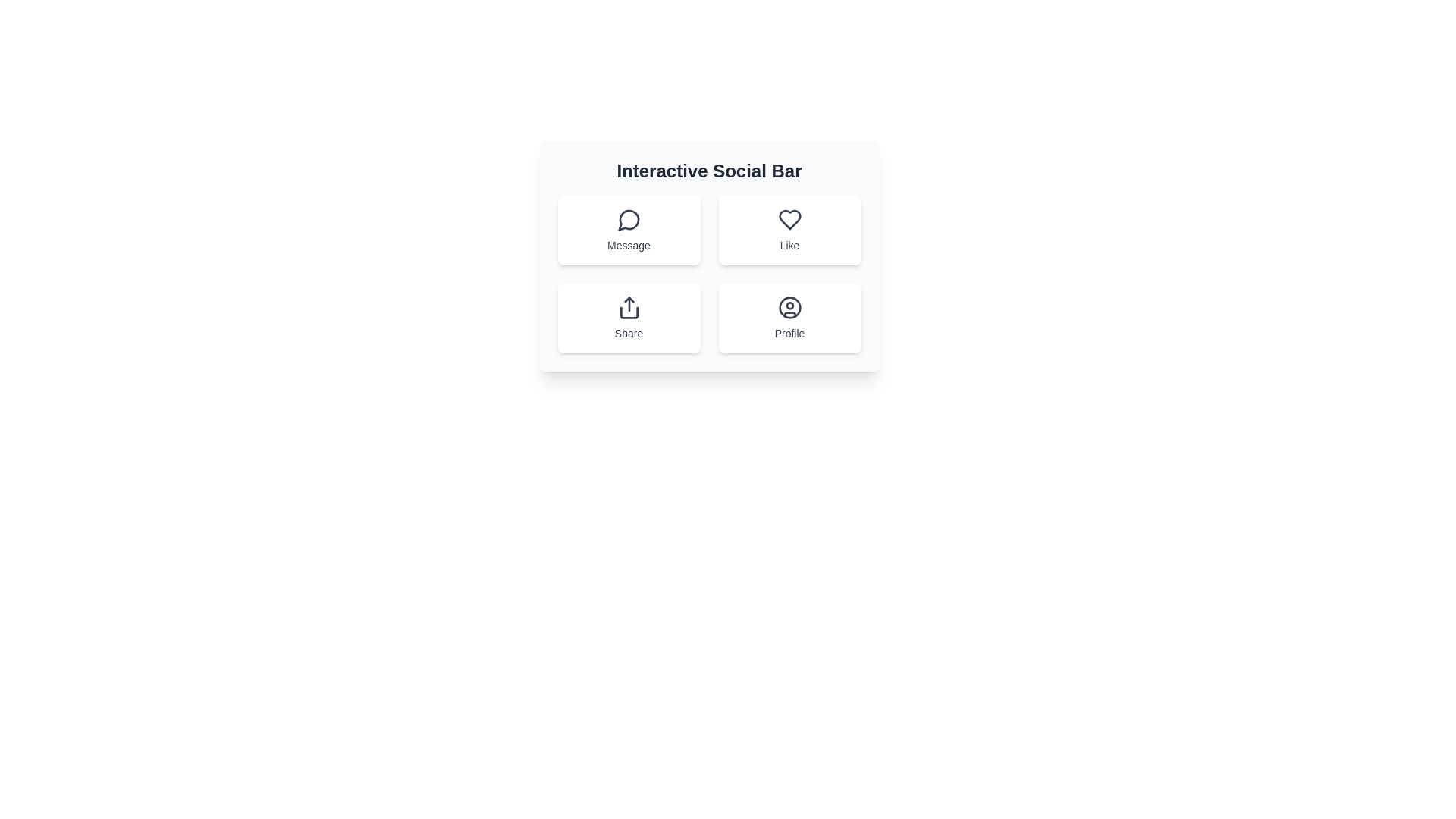  Describe the element at coordinates (789, 245) in the screenshot. I see `the 'Like' text label, which is located below the heart icon in the second tile of a 2x2 grid layout in the interactive social bar` at that location.